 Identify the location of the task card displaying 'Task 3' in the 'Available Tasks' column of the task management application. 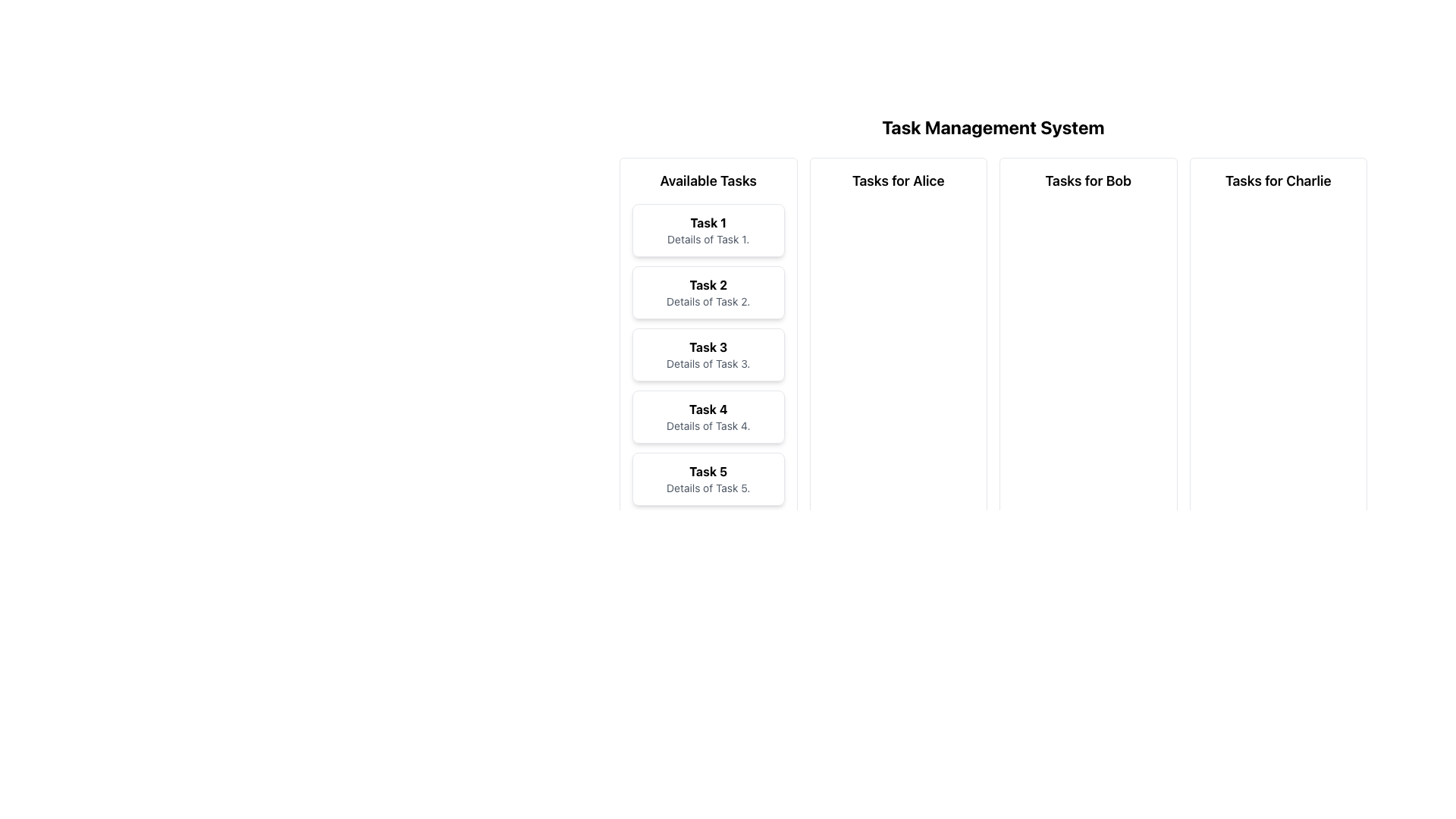
(708, 354).